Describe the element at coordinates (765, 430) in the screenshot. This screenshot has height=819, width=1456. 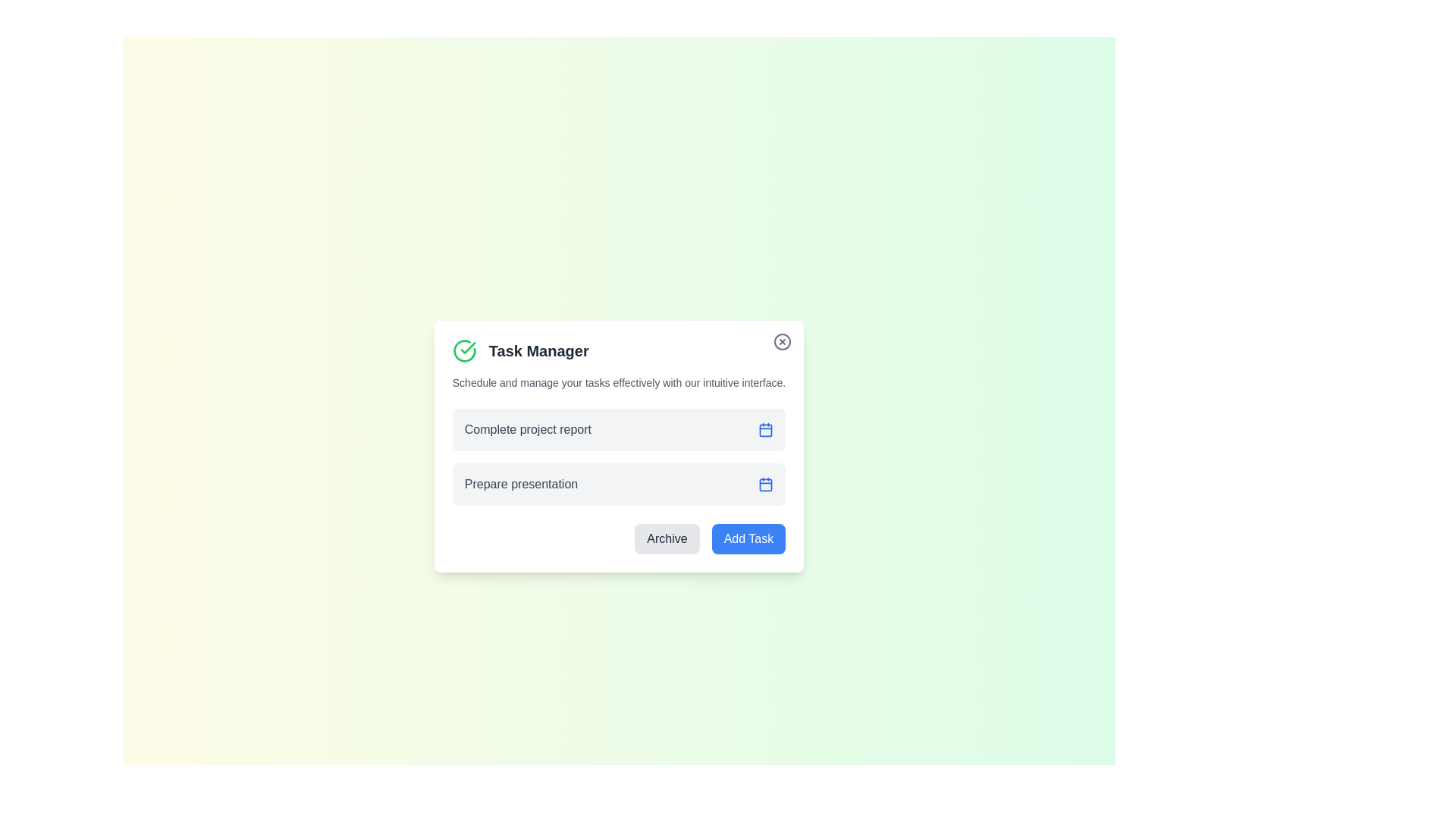
I see `the calendar icon associated with the task Complete project report` at that location.